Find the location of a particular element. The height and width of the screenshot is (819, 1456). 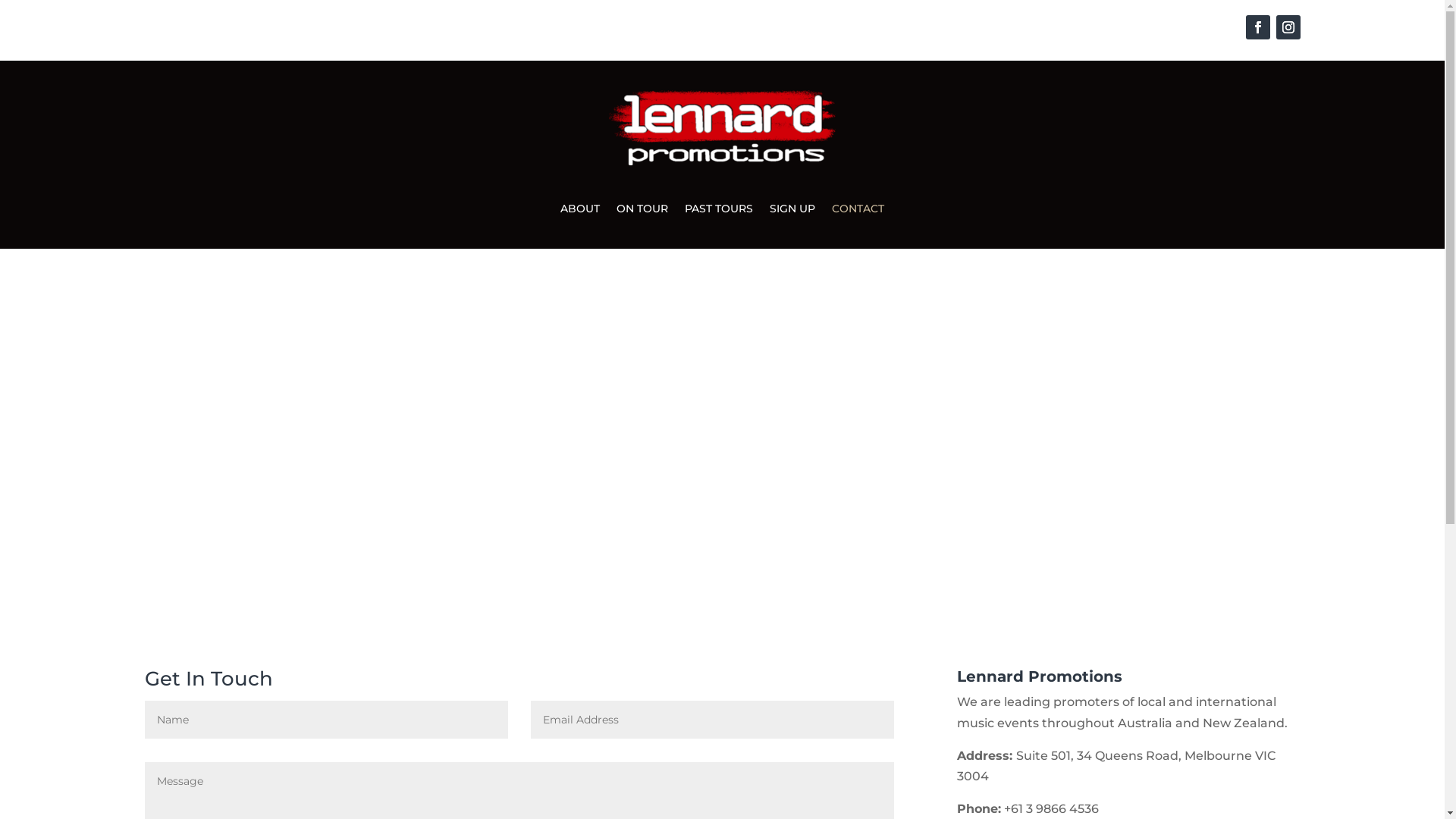

'Follow on Instagram' is located at coordinates (1287, 27).